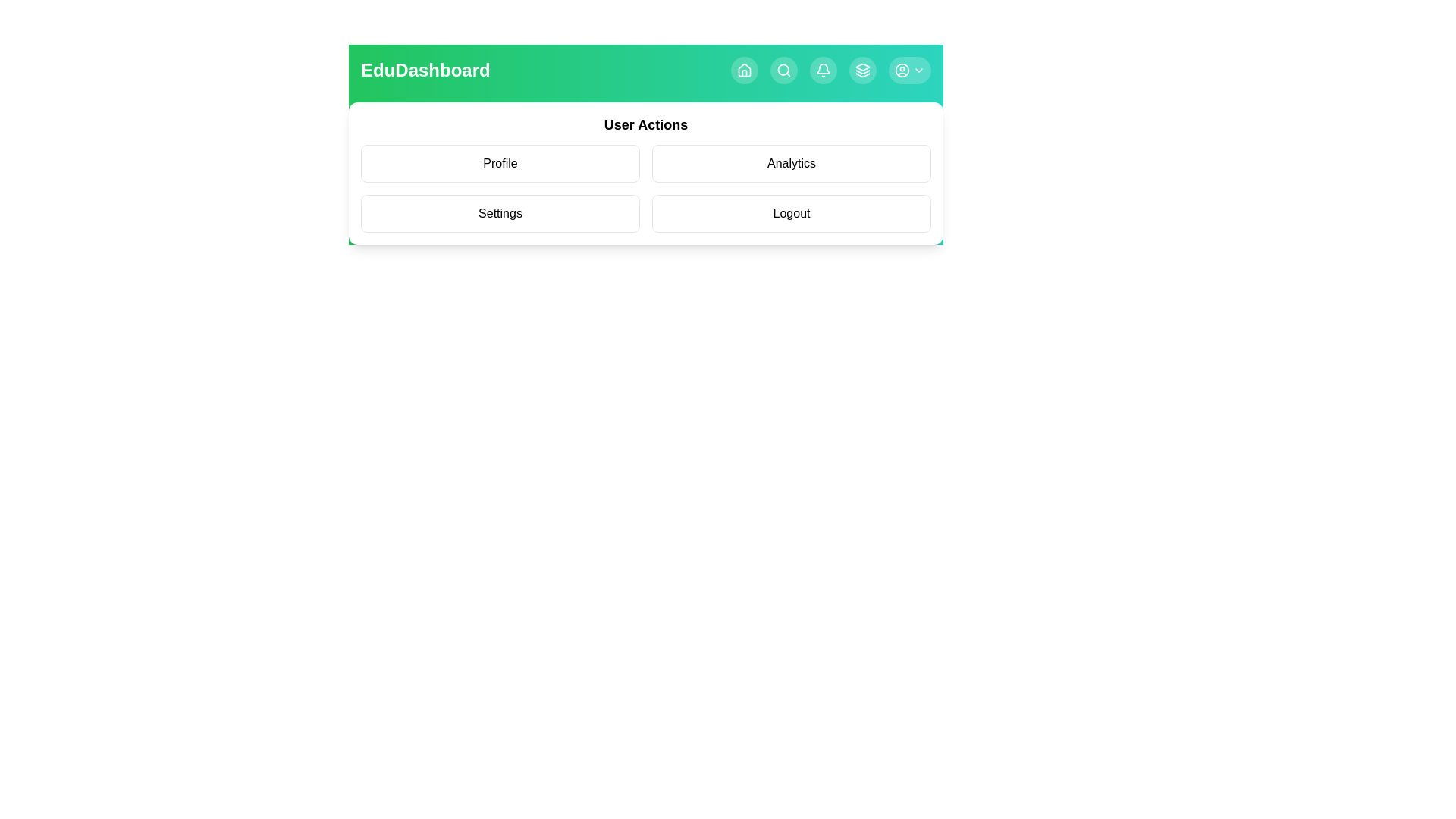 The image size is (1456, 819). Describe the element at coordinates (822, 70) in the screenshot. I see `the navigation button Bell` at that location.